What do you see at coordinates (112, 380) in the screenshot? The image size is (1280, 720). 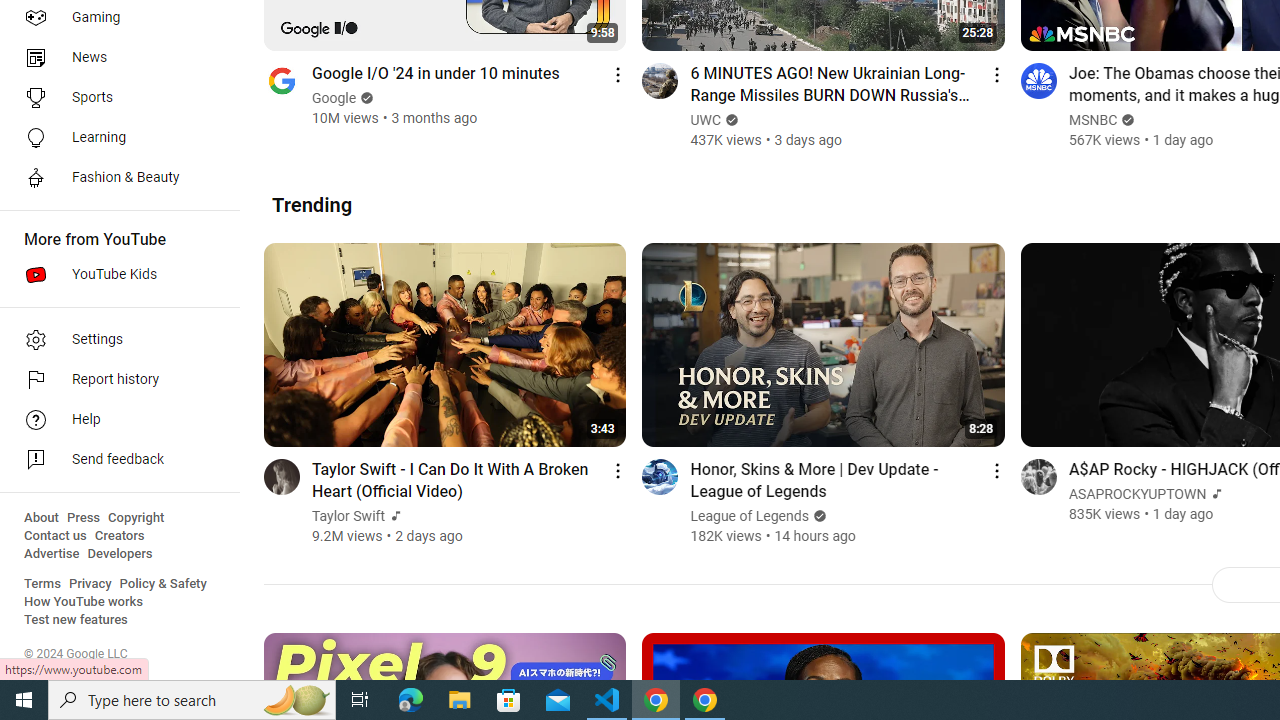 I see `'Report history'` at bounding box center [112, 380].